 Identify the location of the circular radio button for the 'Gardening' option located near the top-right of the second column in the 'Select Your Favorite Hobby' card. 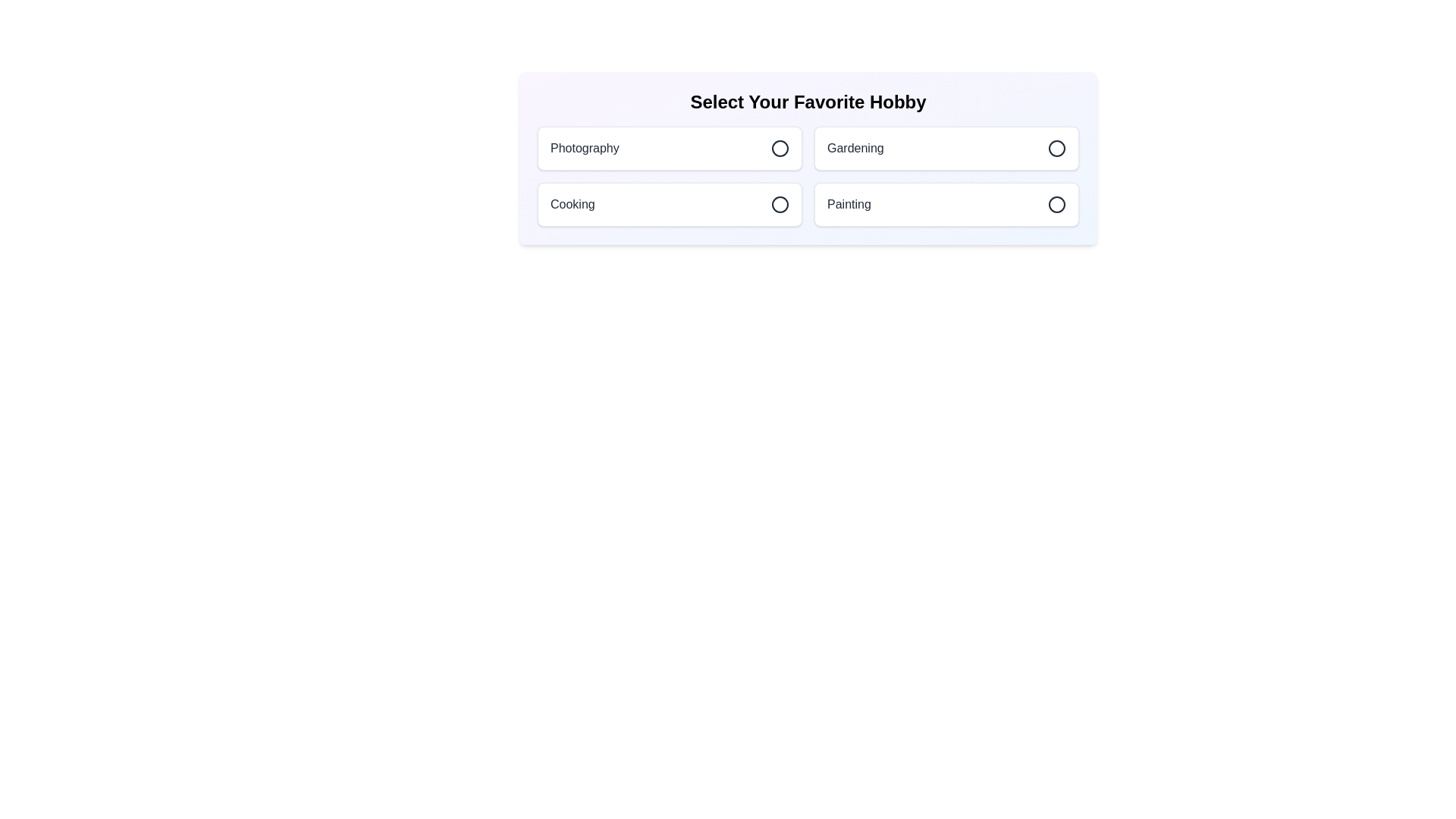
(1056, 149).